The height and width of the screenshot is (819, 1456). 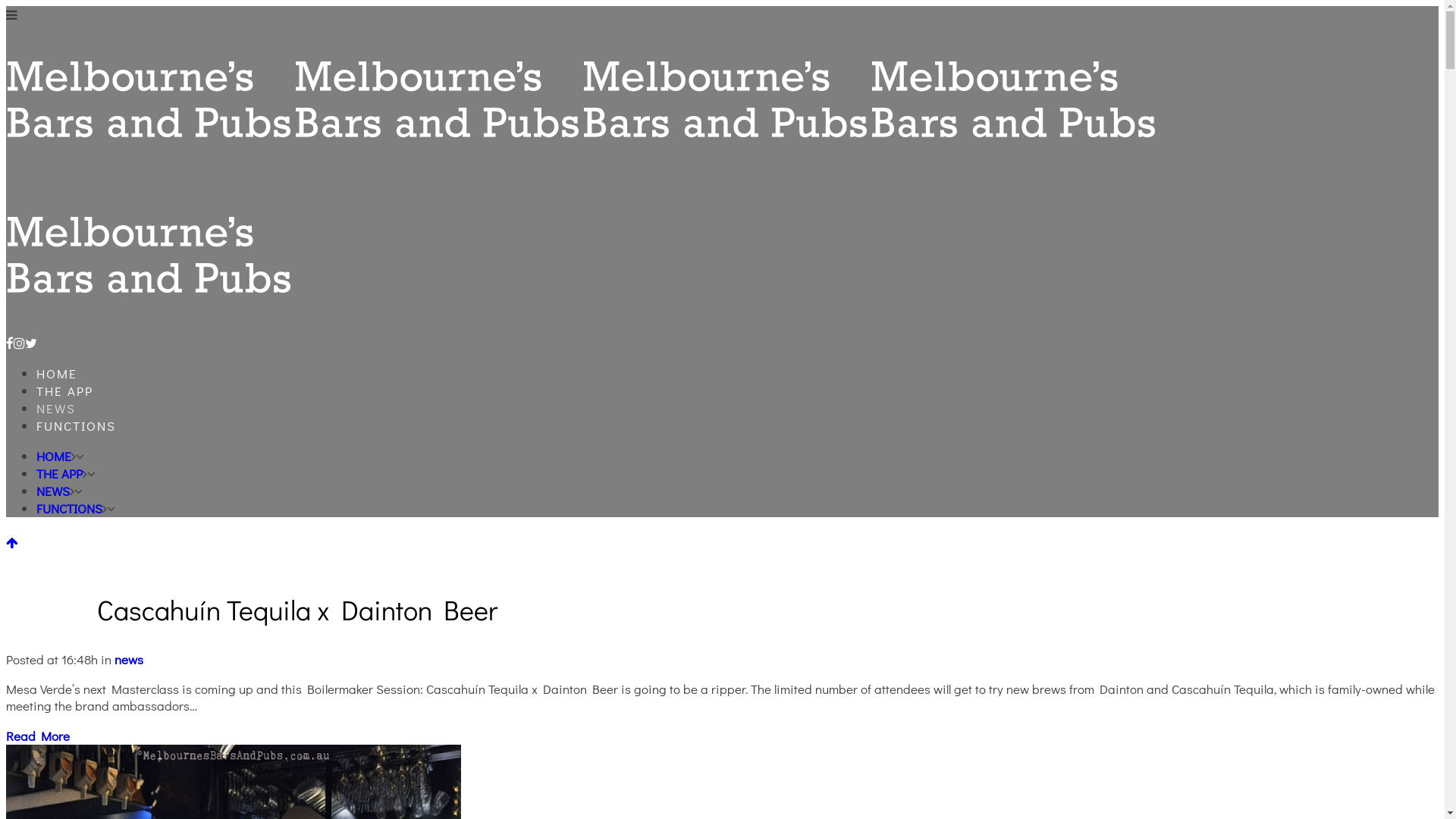 I want to click on 'Read More', so click(x=37, y=735).